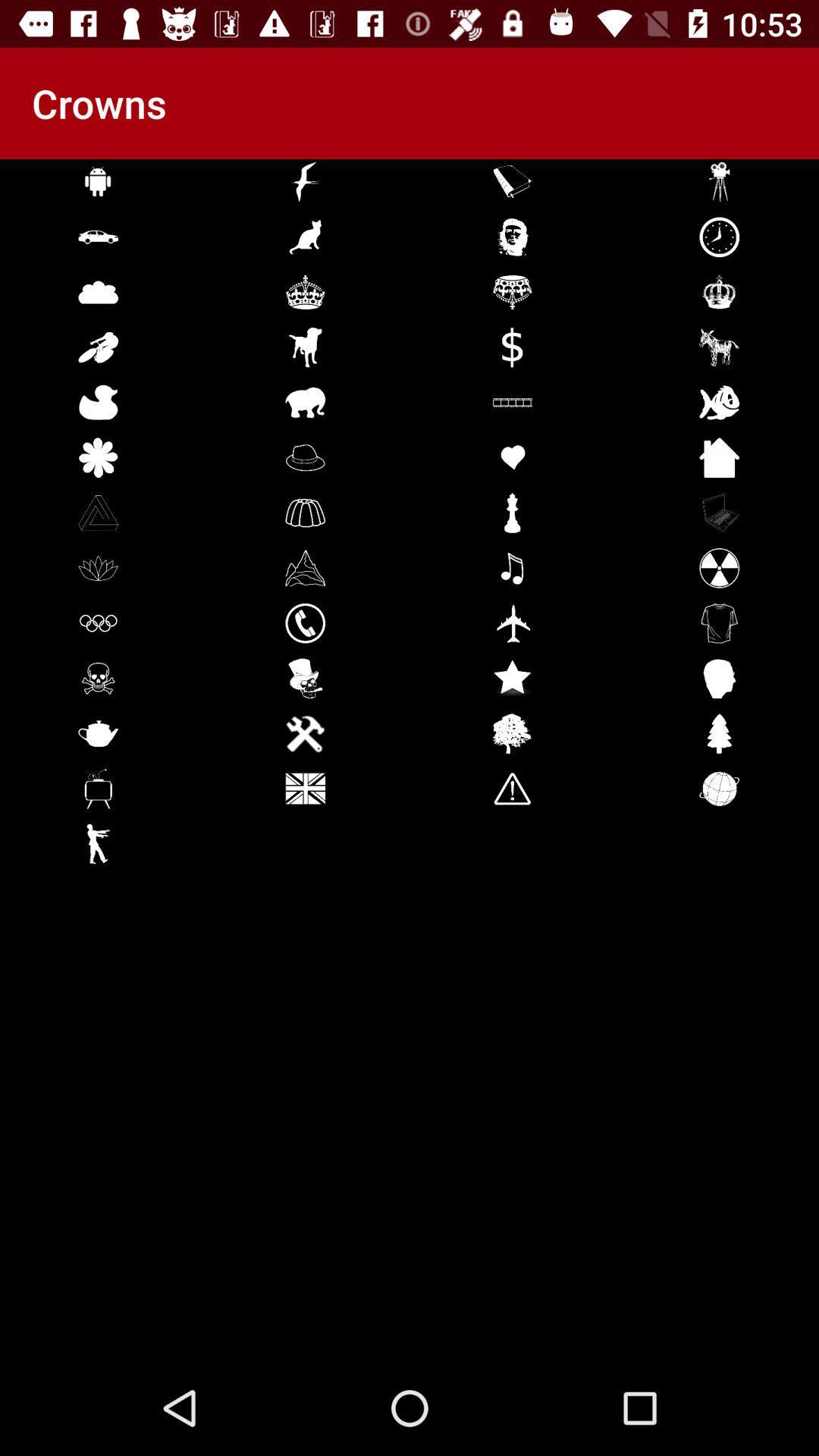 The height and width of the screenshot is (1456, 819). What do you see at coordinates (99, 566) in the screenshot?
I see `the eight icon which is below crowns on the left side of the page` at bounding box center [99, 566].